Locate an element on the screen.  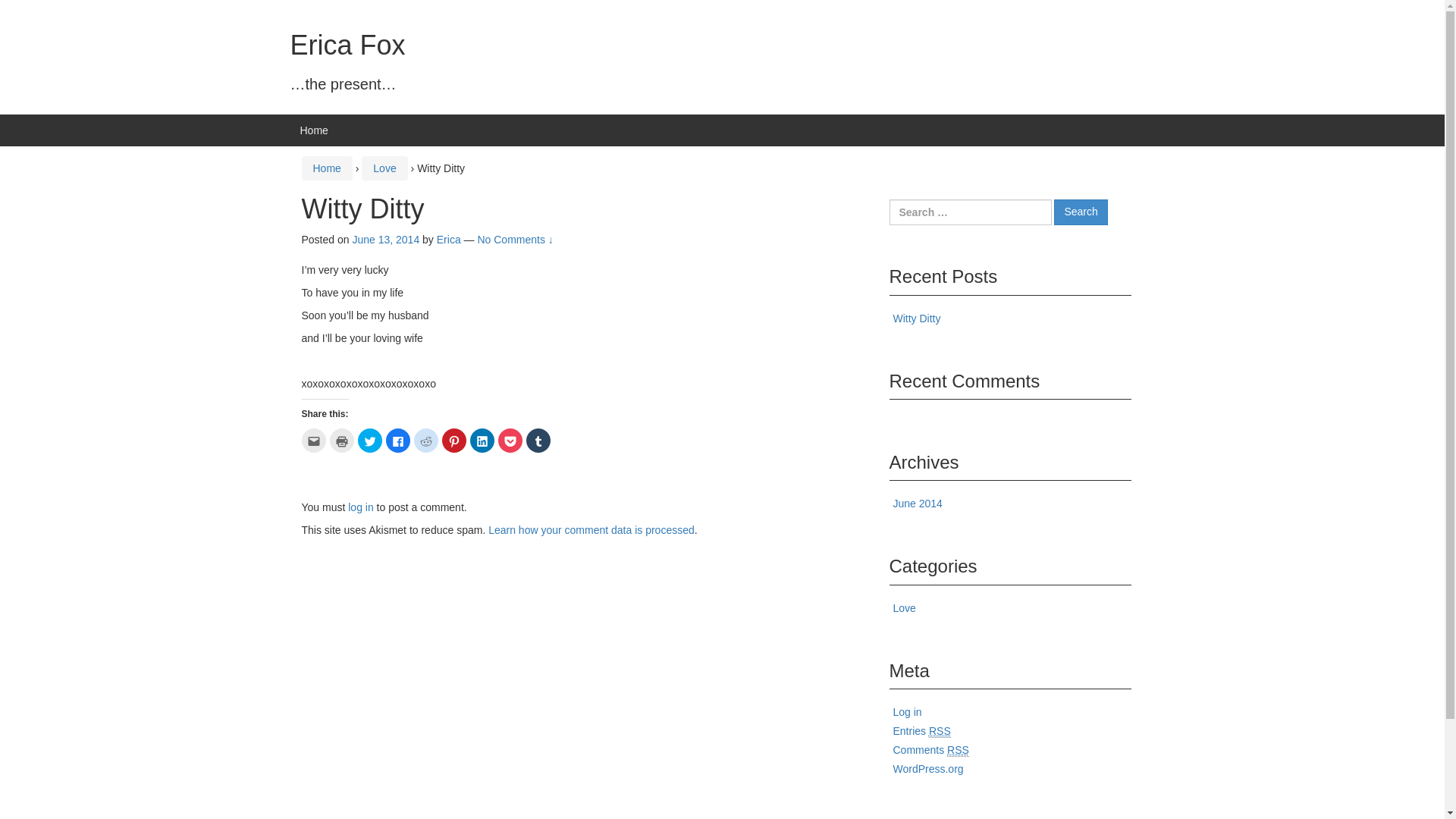
'June 2014' is located at coordinates (917, 503).